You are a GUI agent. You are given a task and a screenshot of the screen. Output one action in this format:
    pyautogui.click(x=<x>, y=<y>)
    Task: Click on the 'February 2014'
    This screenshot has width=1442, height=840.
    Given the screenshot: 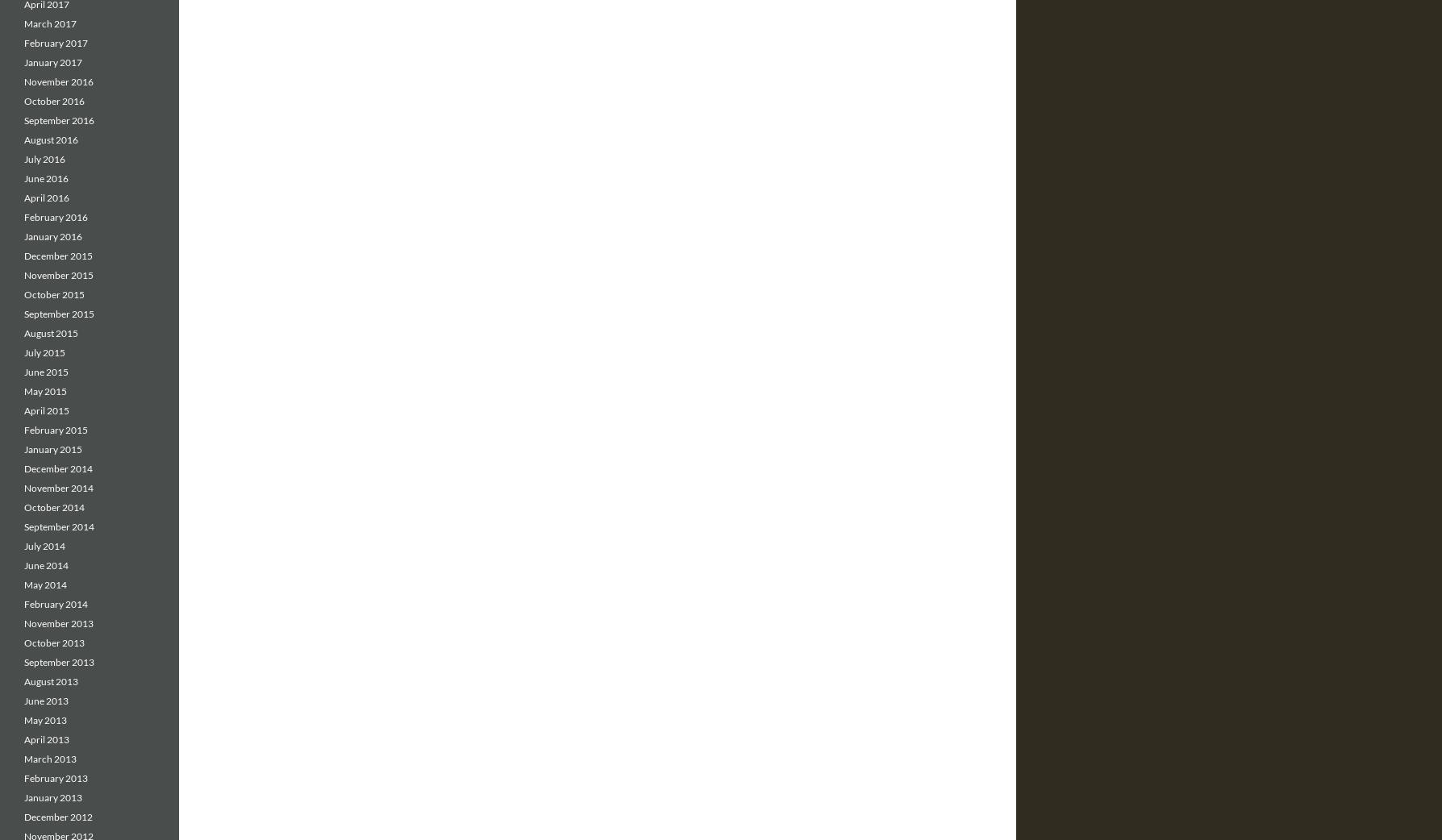 What is the action you would take?
    pyautogui.click(x=56, y=603)
    